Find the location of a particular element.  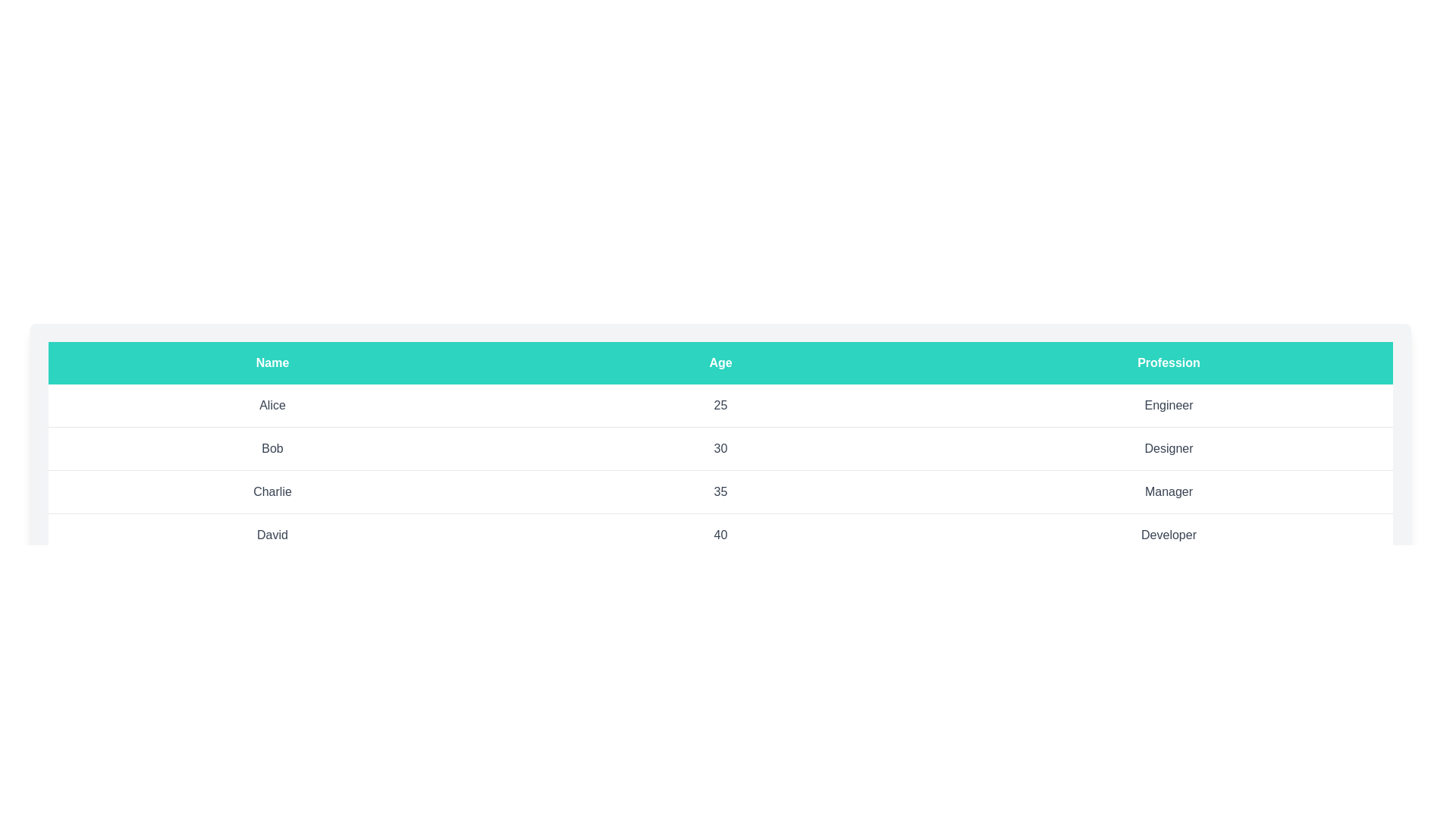

the 'Engineer' text label, which is bold and dark gray, located in the right-most column under the 'Profession' heading, aligned with the entry for 'Alice' is located at coordinates (1168, 405).